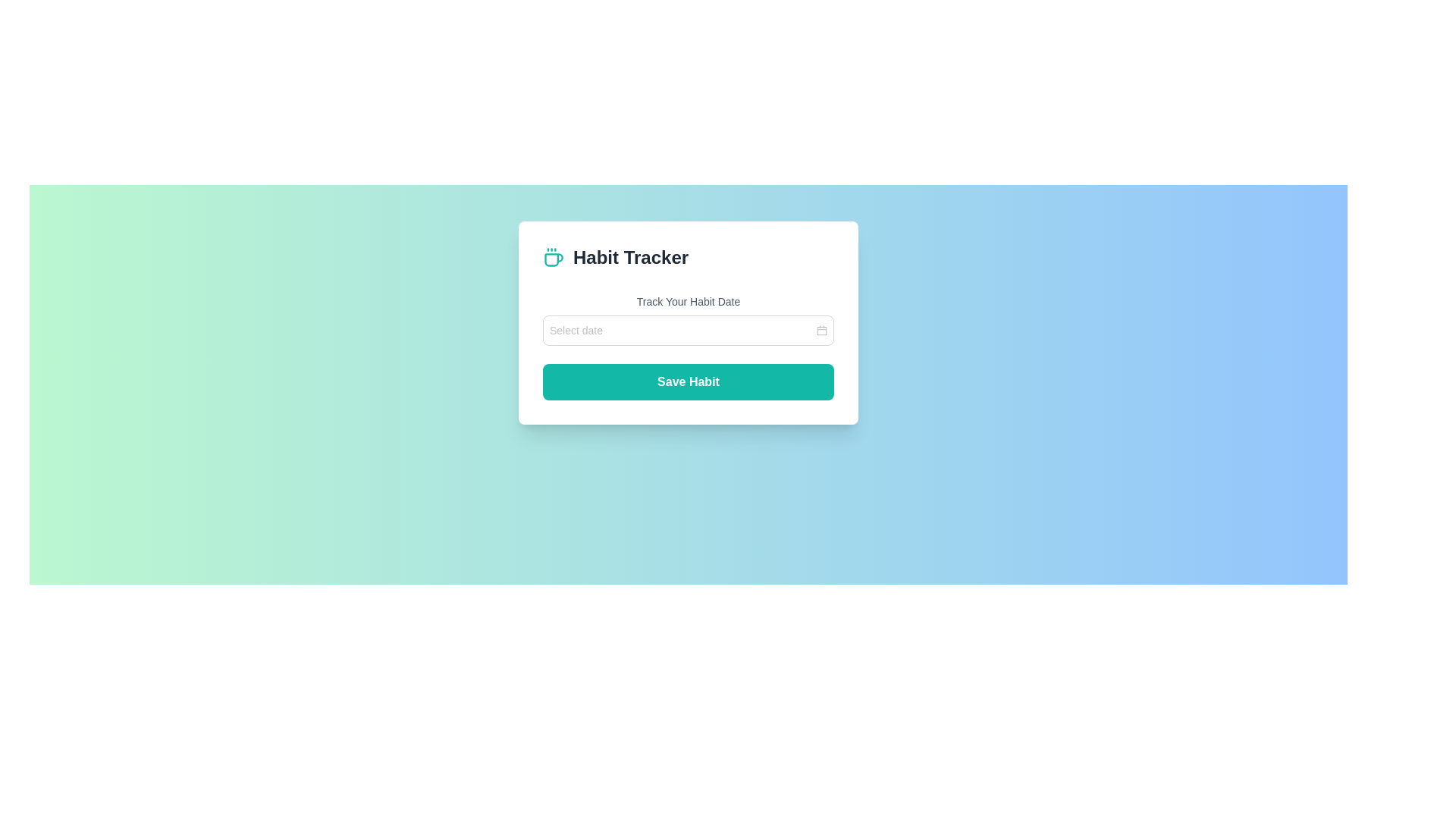  I want to click on the Date Picker Input located below 'Track Your Habit Date' in the 'Habit Tracker' card, so click(687, 329).